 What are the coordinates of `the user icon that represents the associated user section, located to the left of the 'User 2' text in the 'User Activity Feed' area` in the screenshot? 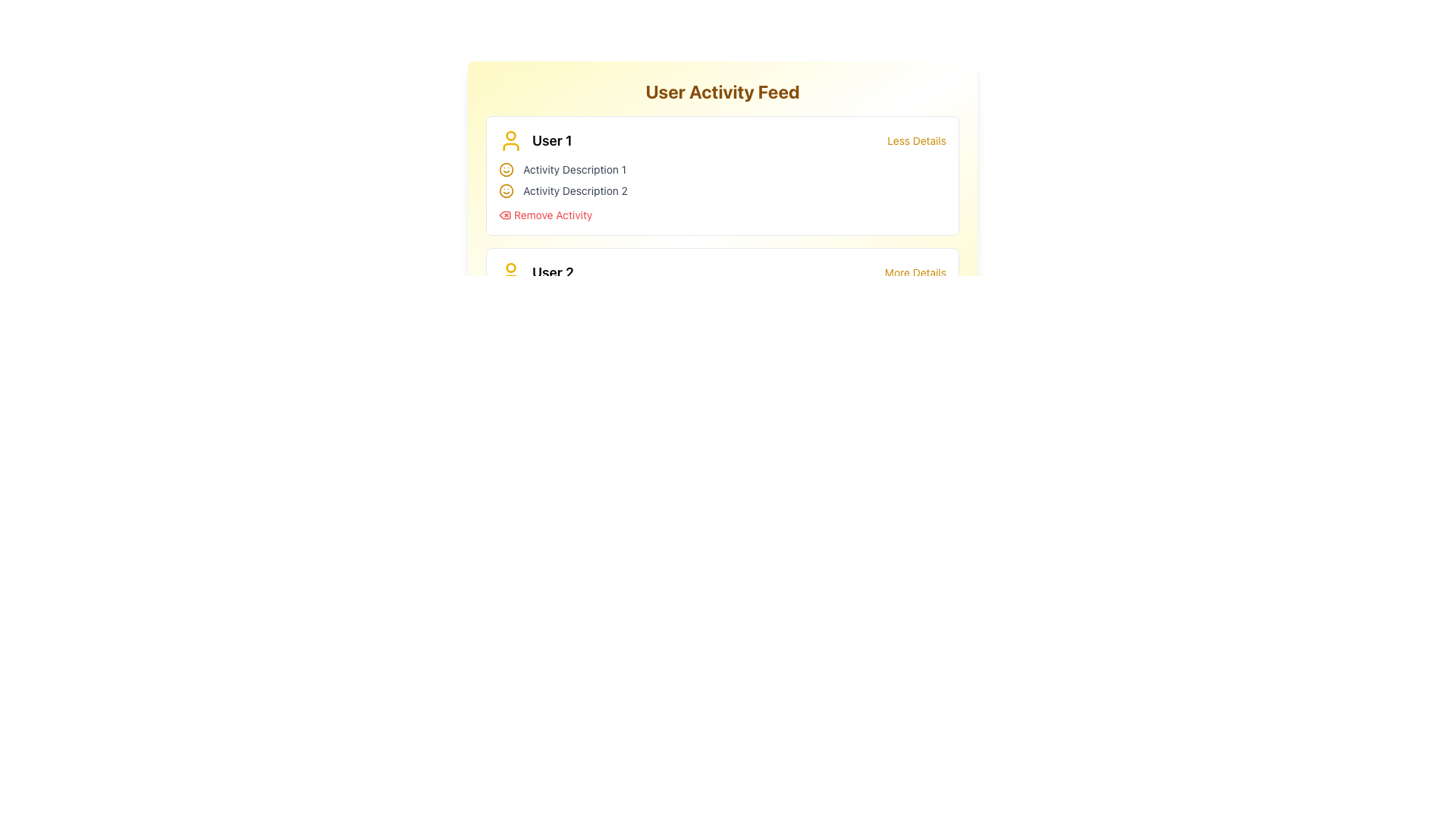 It's located at (510, 271).